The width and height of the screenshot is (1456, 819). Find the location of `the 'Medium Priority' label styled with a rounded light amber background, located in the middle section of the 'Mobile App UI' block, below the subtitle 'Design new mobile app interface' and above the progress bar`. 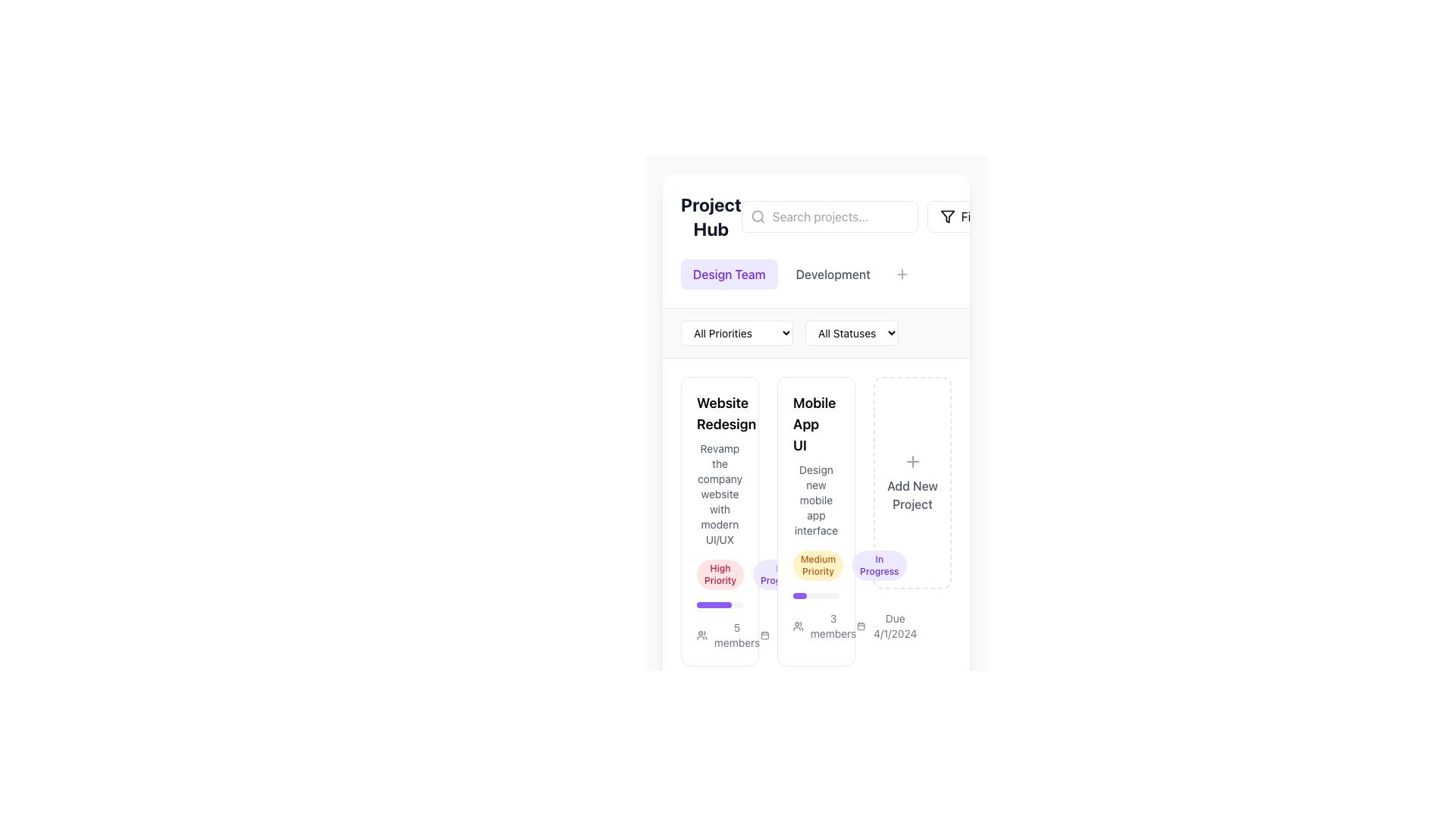

the 'Medium Priority' label styled with a rounded light amber background, located in the middle section of the 'Mobile App UI' block, below the subtitle 'Design new mobile app interface' and above the progress bar is located at coordinates (815, 565).